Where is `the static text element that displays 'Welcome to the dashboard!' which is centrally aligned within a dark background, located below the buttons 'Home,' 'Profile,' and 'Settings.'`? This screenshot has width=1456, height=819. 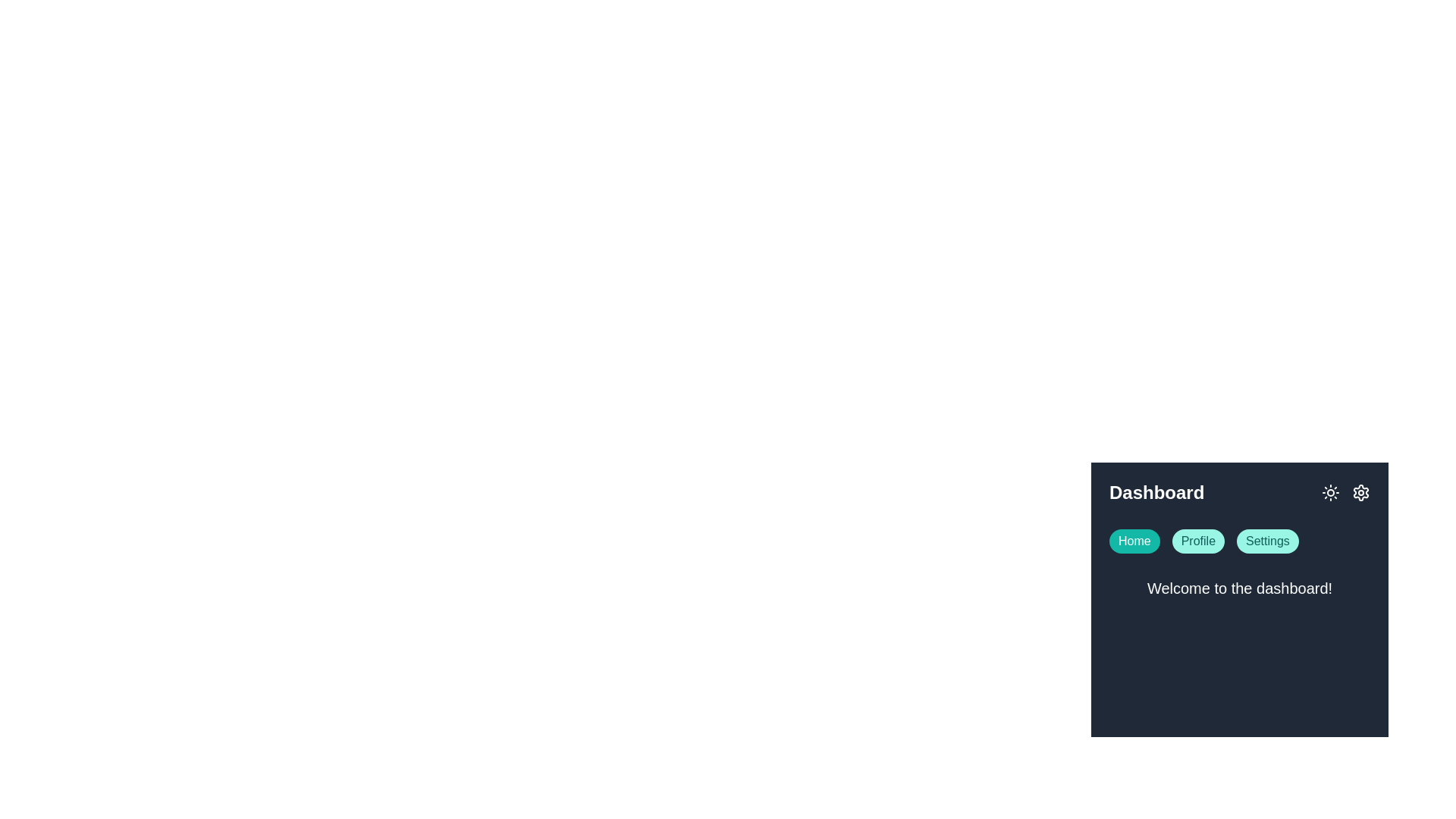 the static text element that displays 'Welcome to the dashboard!' which is centrally aligned within a dark background, located below the buttons 'Home,' 'Profile,' and 'Settings.' is located at coordinates (1240, 587).